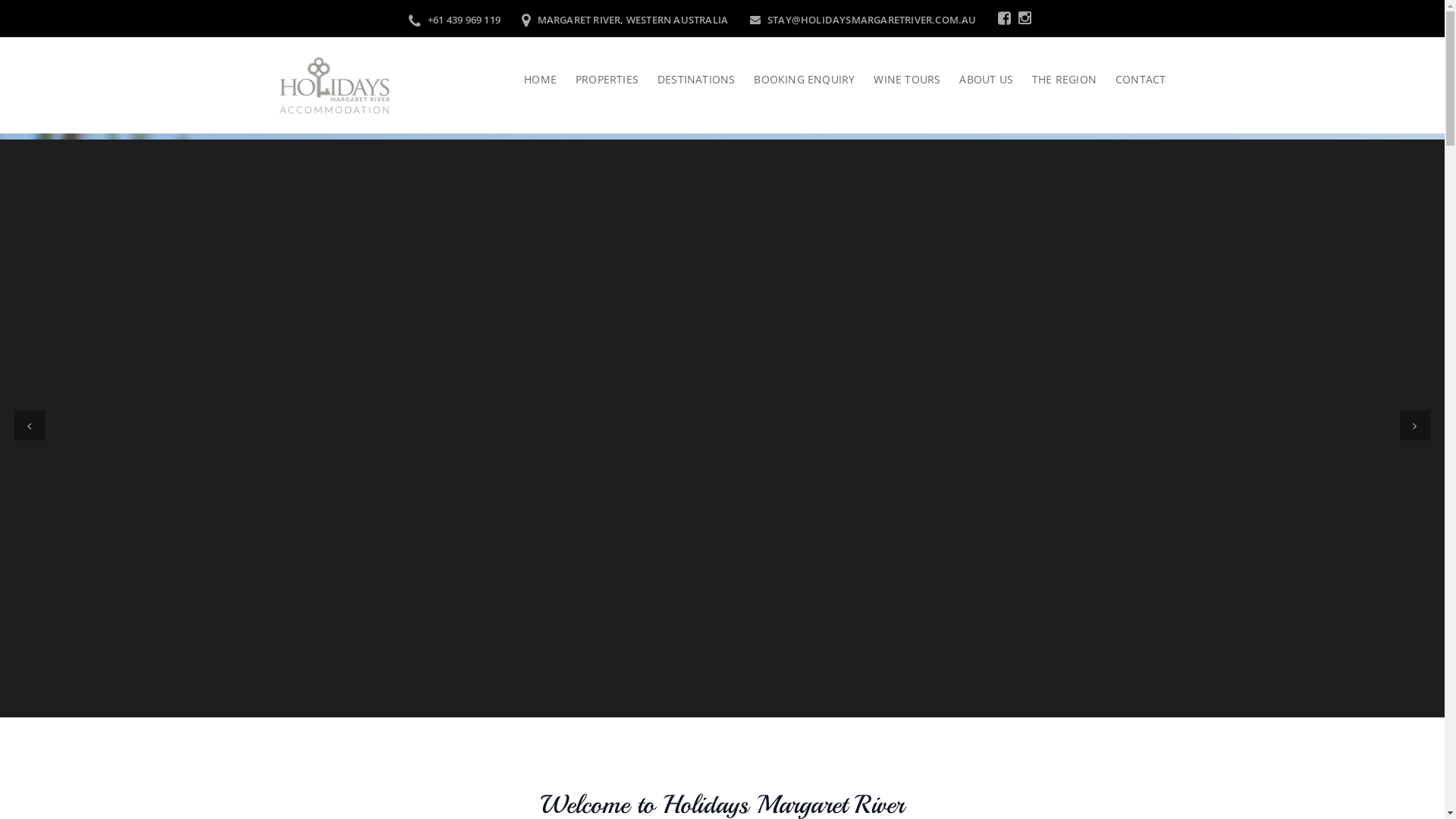 This screenshot has height=819, width=1456. Describe the element at coordinates (735, 79) in the screenshot. I see `'BOOKING ENQUIRY'` at that location.